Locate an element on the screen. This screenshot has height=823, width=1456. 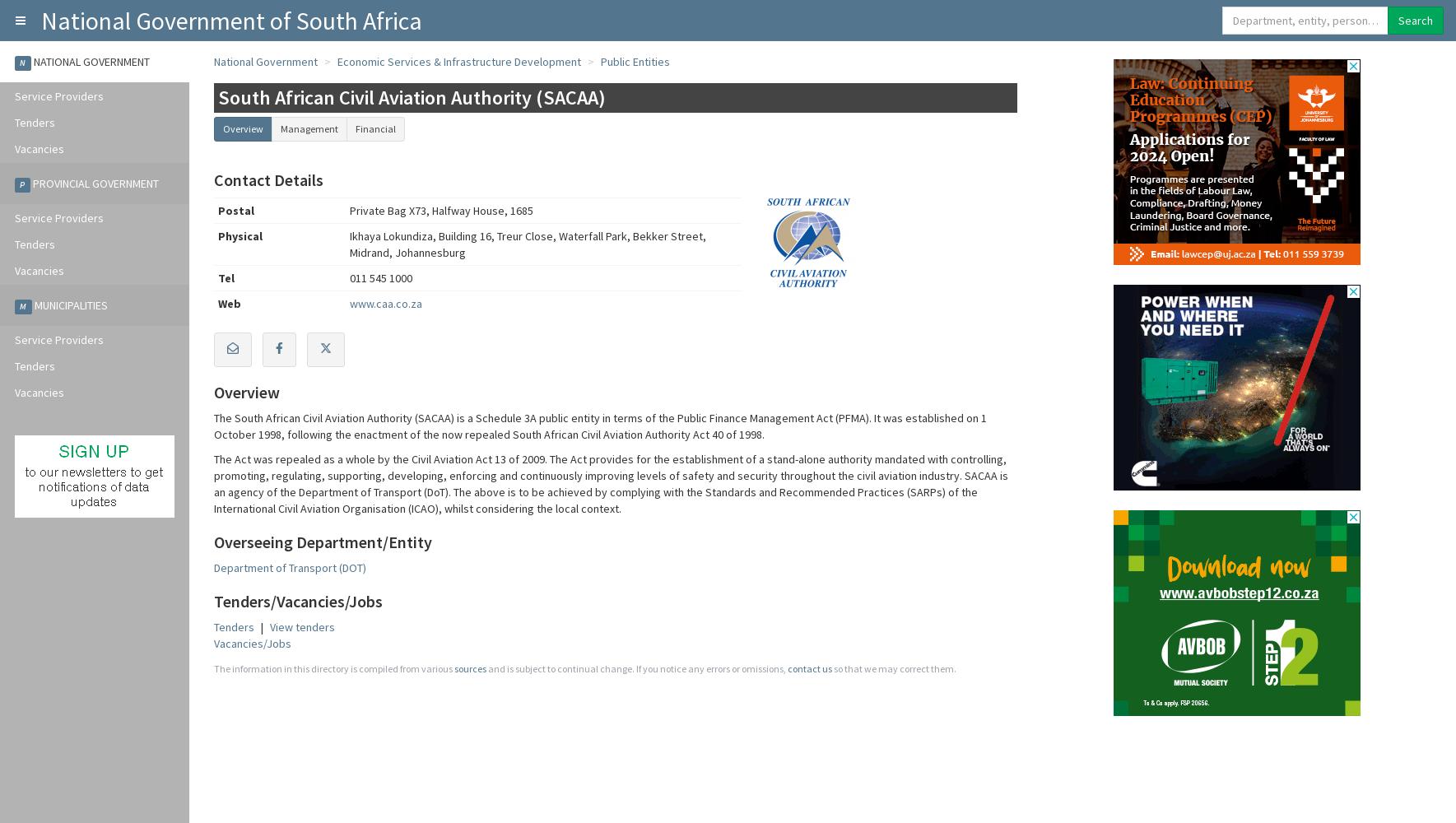
'Management' is located at coordinates (308, 128).